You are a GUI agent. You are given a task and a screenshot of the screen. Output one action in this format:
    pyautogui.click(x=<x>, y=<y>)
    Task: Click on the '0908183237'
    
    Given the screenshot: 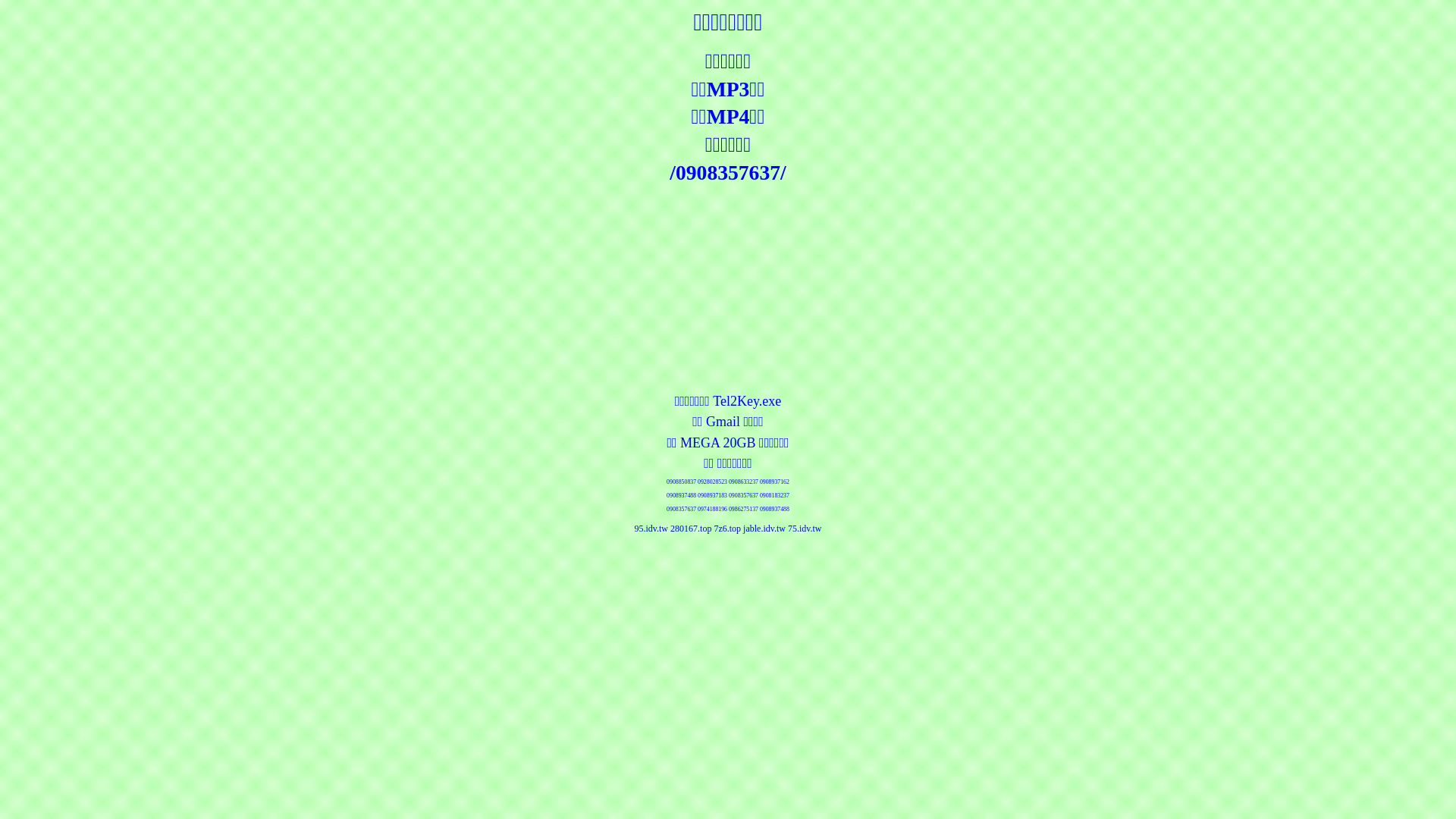 What is the action you would take?
    pyautogui.click(x=774, y=495)
    